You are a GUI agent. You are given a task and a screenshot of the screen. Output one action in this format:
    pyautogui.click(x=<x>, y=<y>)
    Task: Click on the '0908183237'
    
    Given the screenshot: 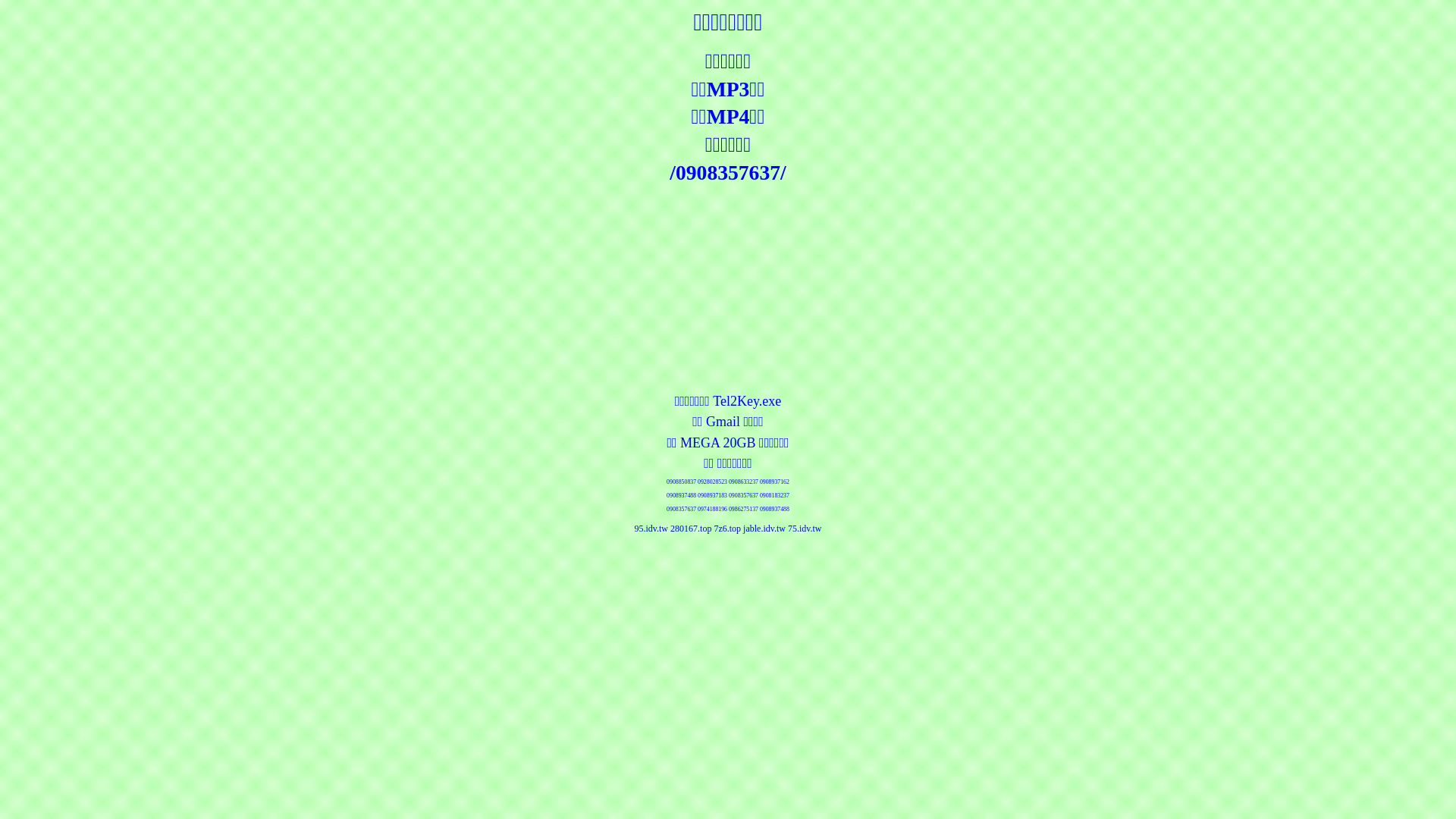 What is the action you would take?
    pyautogui.click(x=774, y=495)
    